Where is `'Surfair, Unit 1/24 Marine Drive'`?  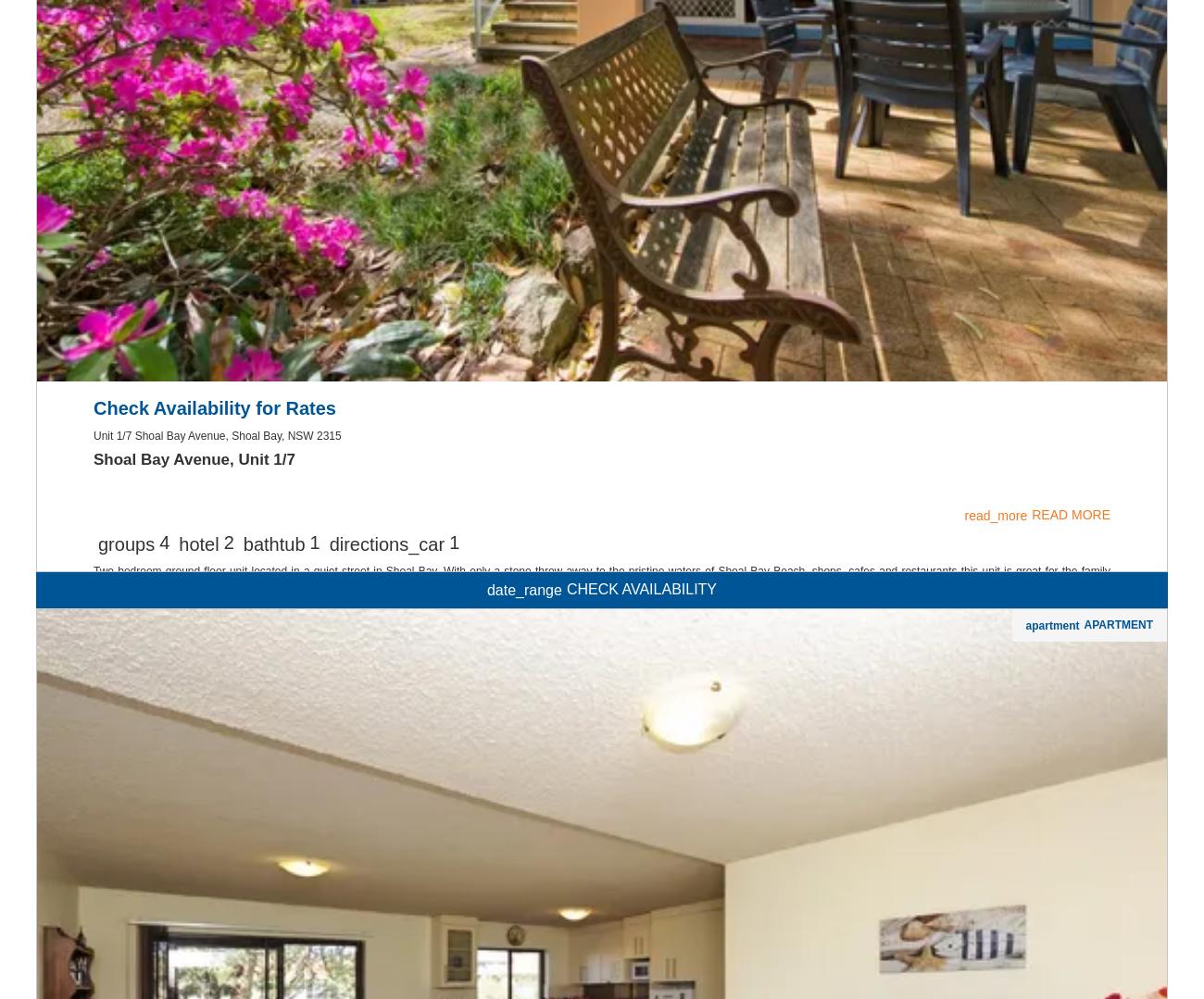 'Surfair, Unit 1/24 Marine Drive' is located at coordinates (94, 697).